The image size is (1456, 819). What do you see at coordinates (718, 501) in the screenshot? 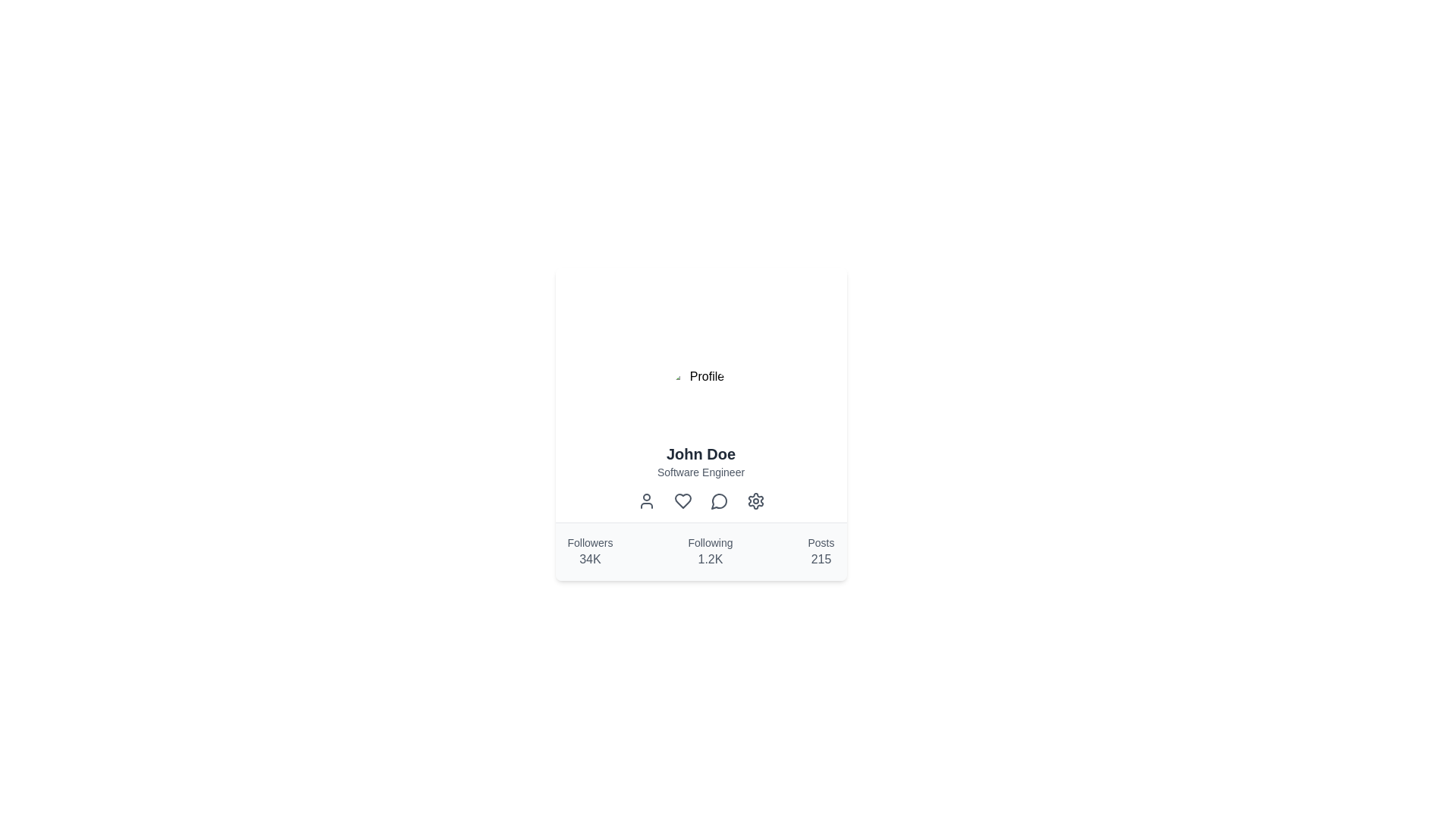
I see `the messaging or comment icon located third from the left at the bottom section of the interface` at bounding box center [718, 501].